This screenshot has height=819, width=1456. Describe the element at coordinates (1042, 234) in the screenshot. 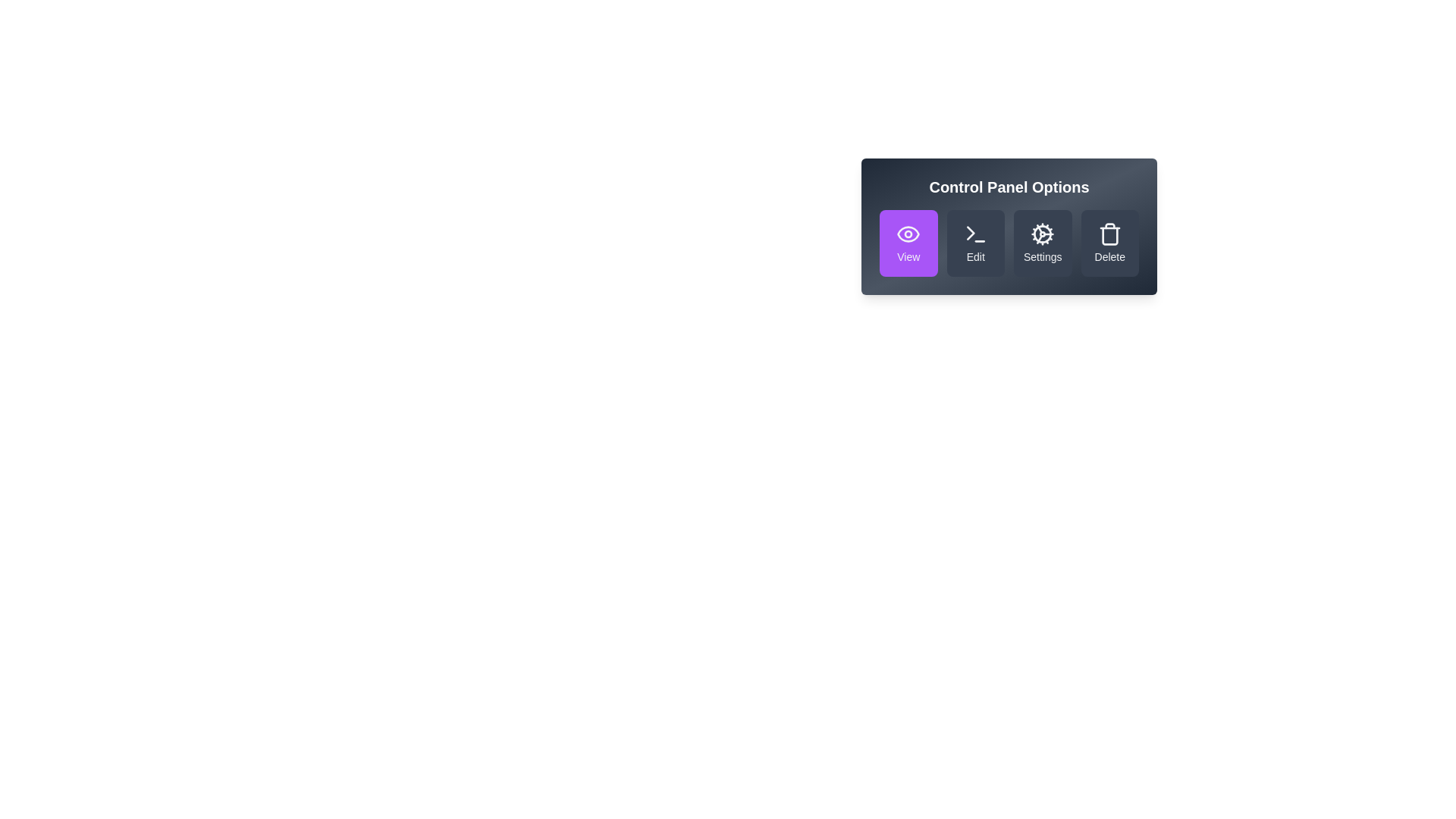

I see `the cogwheel icon in the settings panel` at that location.